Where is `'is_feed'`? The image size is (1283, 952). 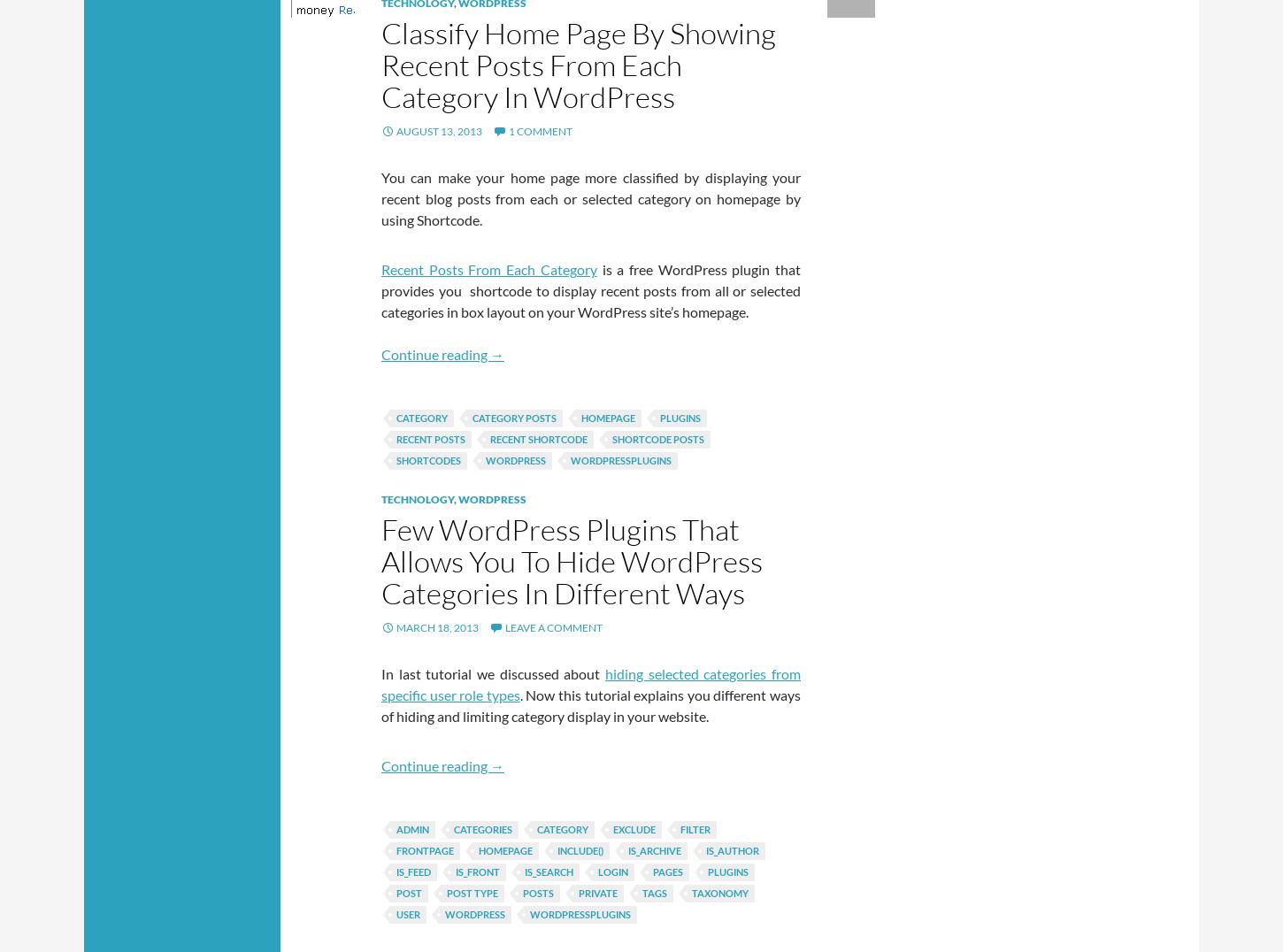
'is_feed' is located at coordinates (412, 871).